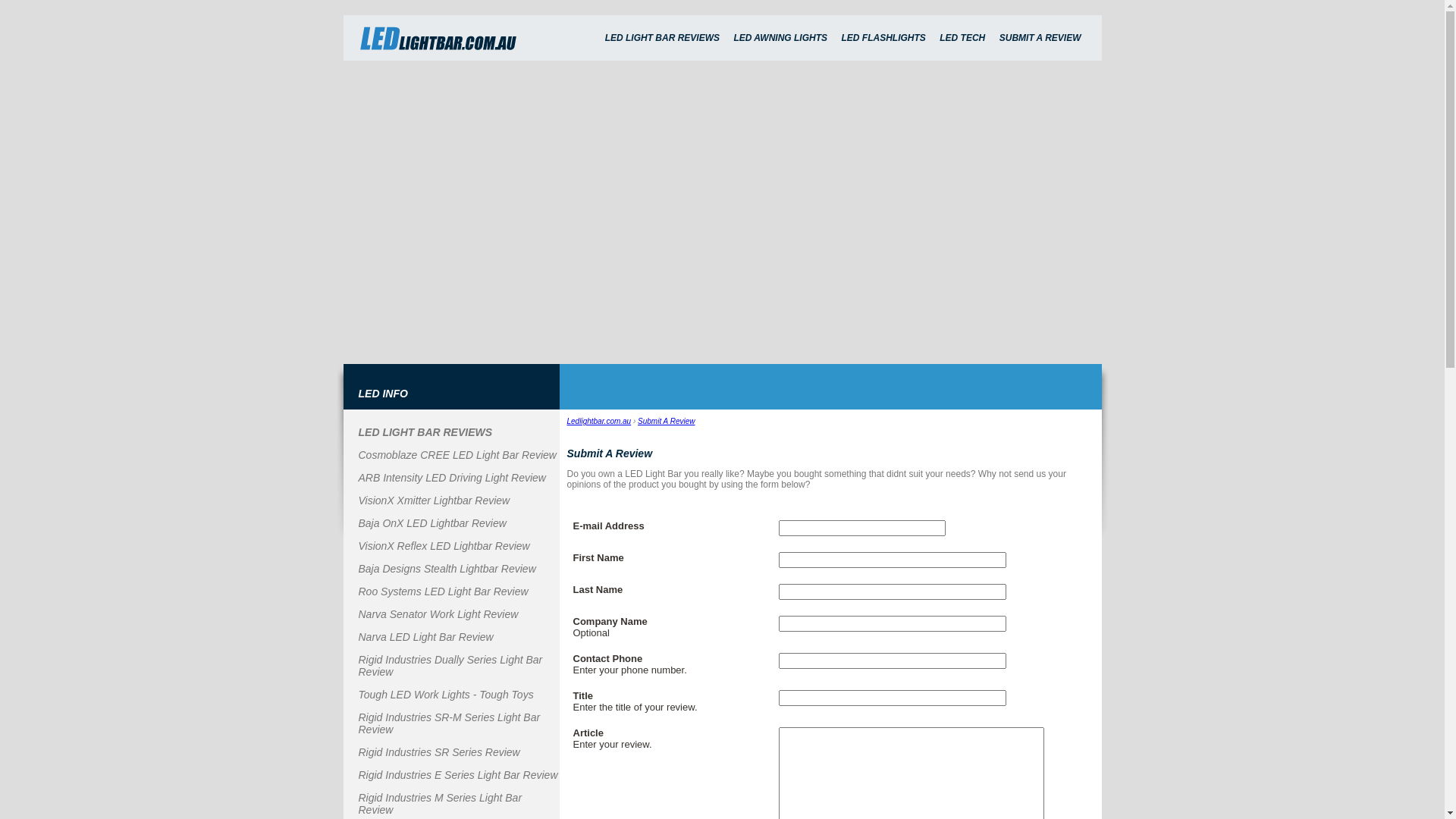 The image size is (1456, 819). What do you see at coordinates (356, 752) in the screenshot?
I see `'Rigid Industries SR Series Review'` at bounding box center [356, 752].